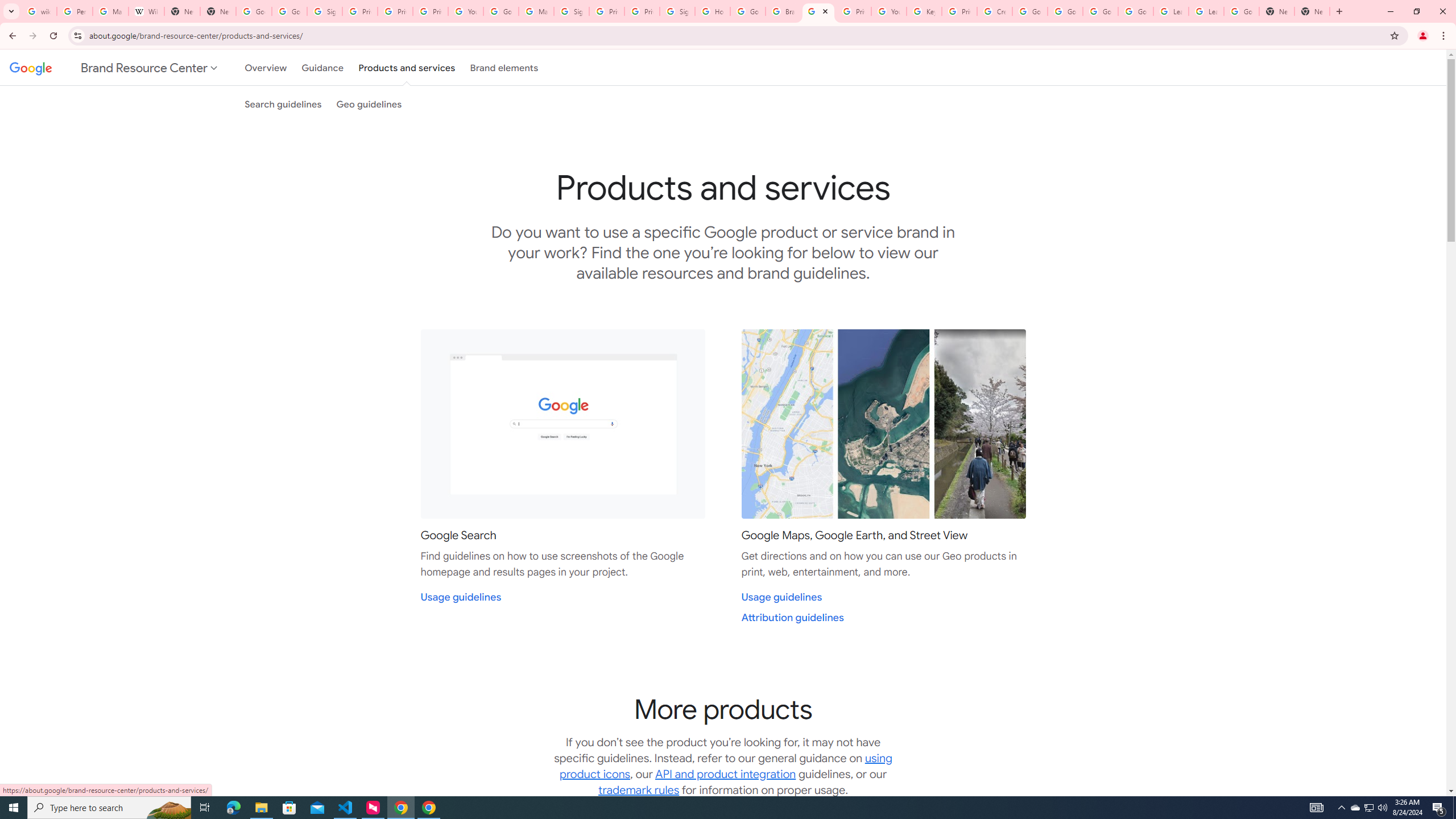  What do you see at coordinates (792, 617) in the screenshot?
I see `'Attribution guidelines'` at bounding box center [792, 617].